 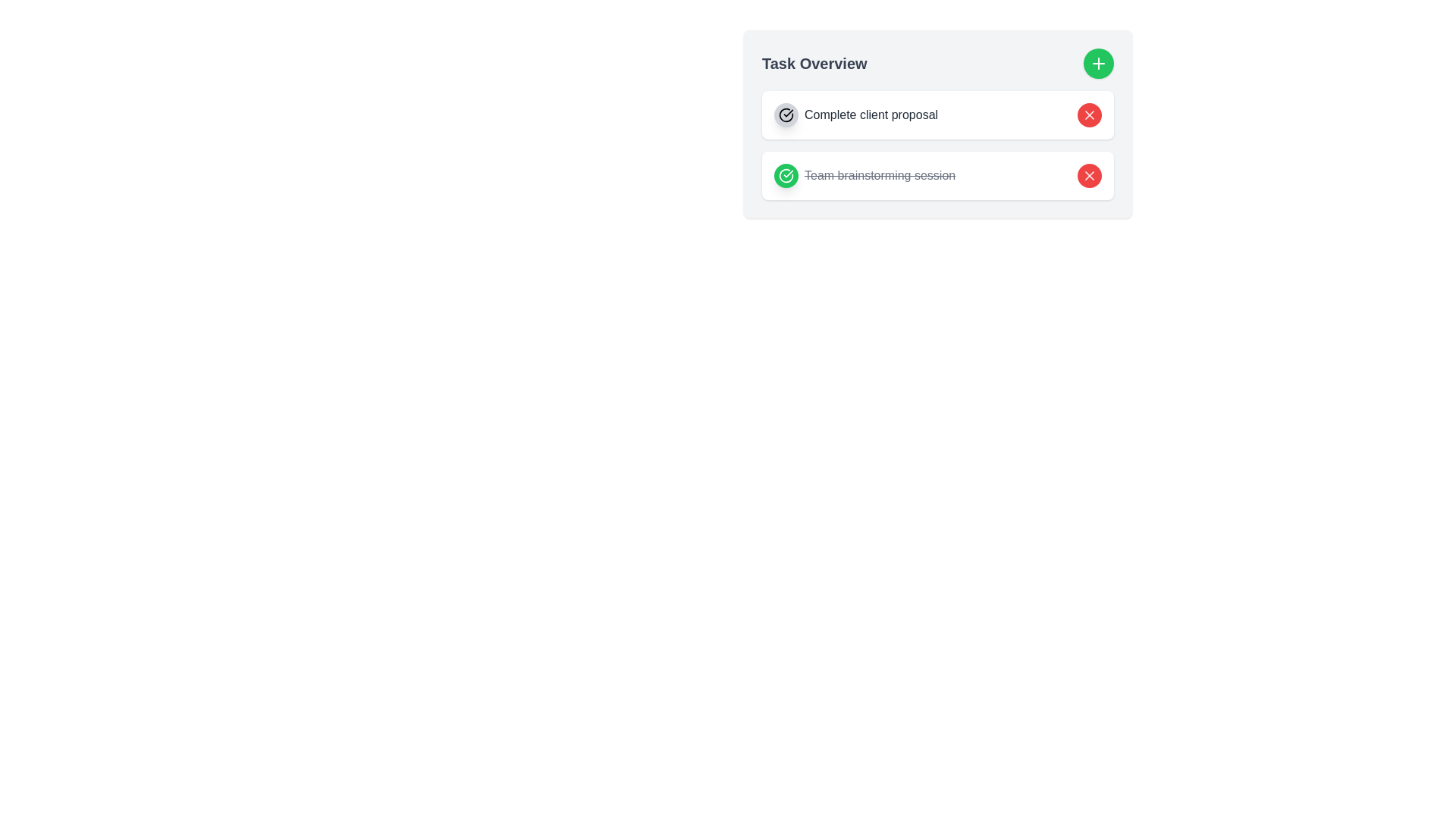 What do you see at coordinates (937, 63) in the screenshot?
I see `the section header text of the task list overview, which is indicated by a composite UI component consisting of a text label and an interactive button located at the top of the panel` at bounding box center [937, 63].